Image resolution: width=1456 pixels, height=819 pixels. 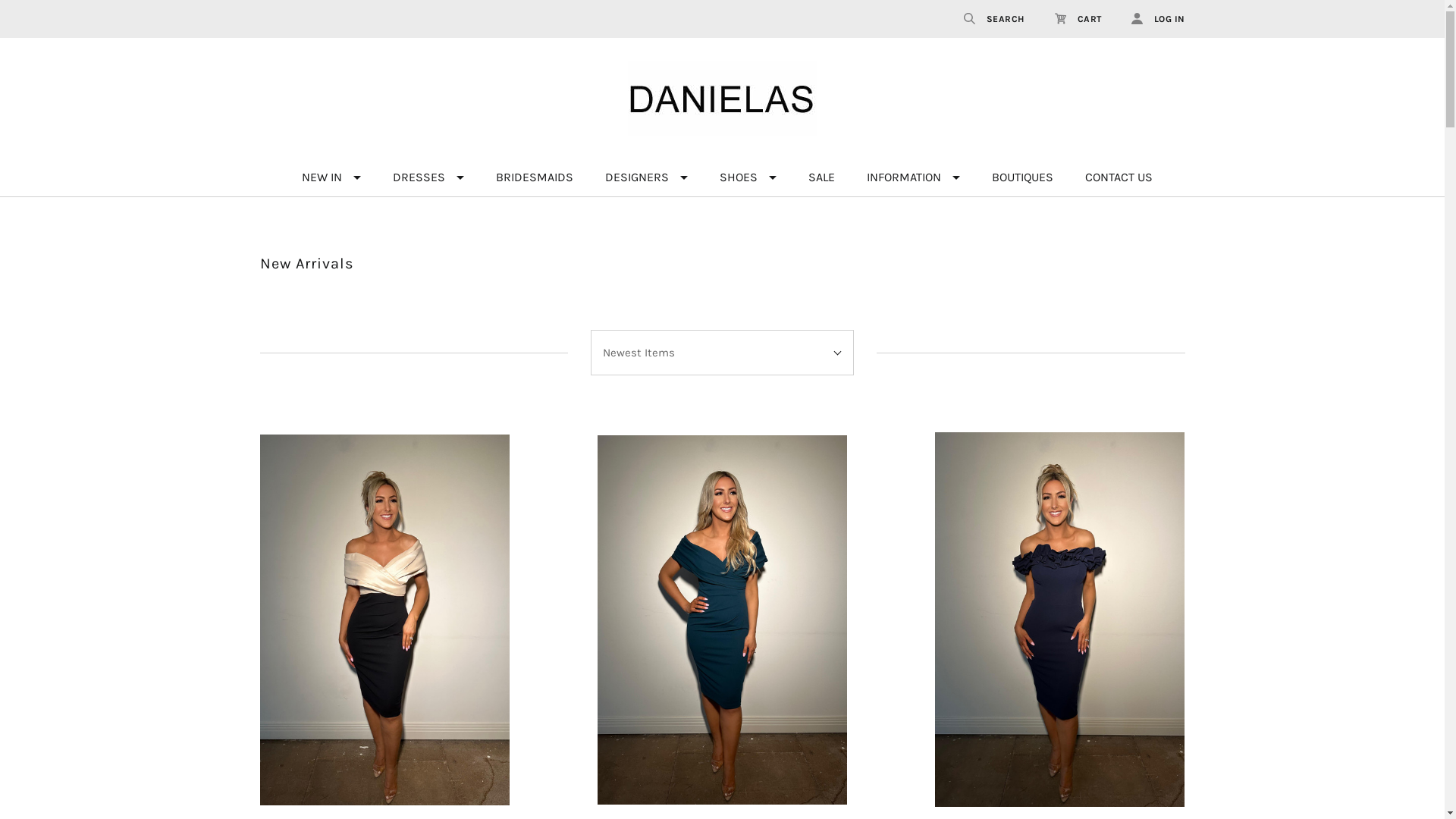 What do you see at coordinates (820, 177) in the screenshot?
I see `'SALE'` at bounding box center [820, 177].